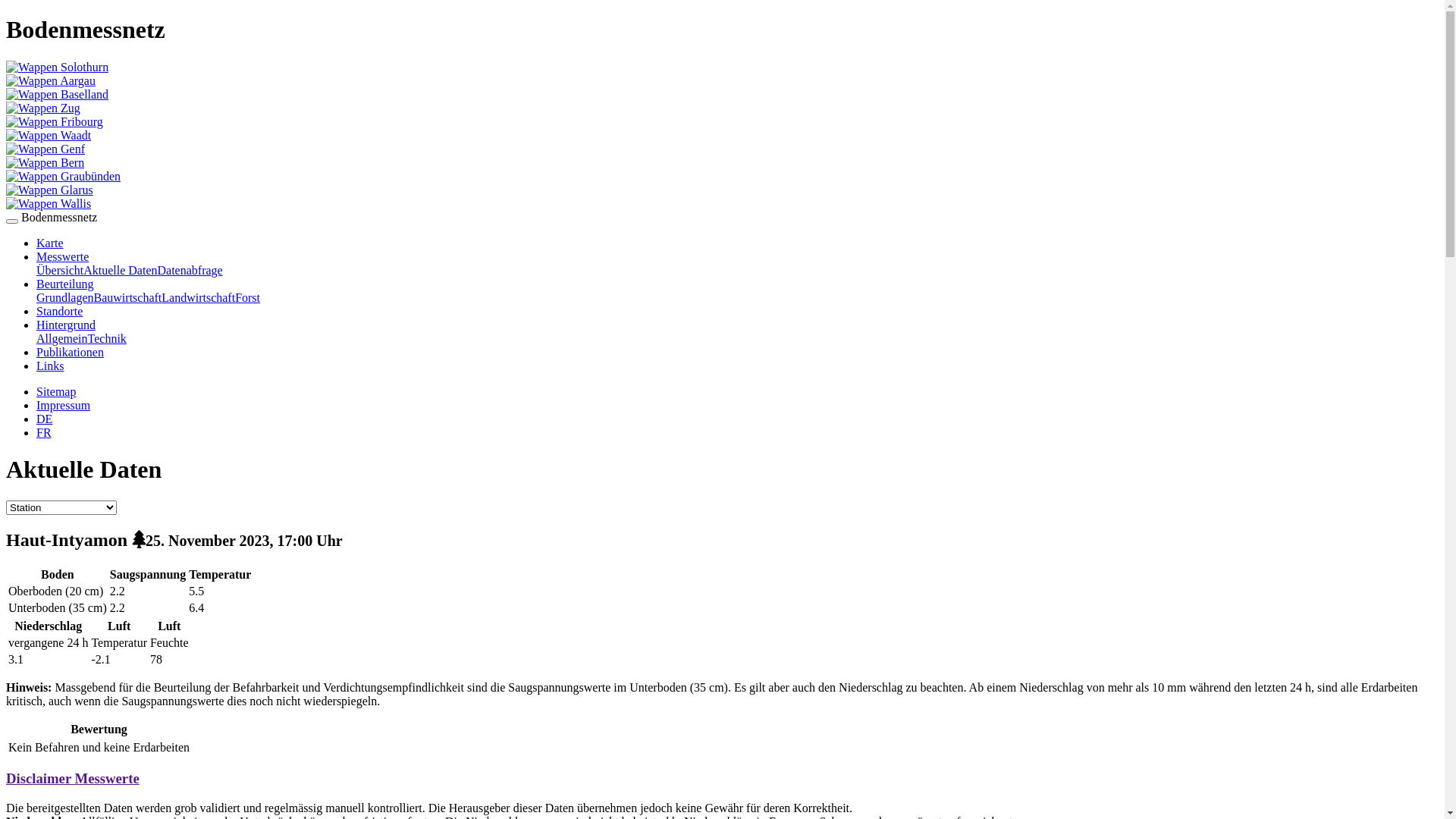 The image size is (1456, 819). I want to click on 'Links', so click(50, 366).